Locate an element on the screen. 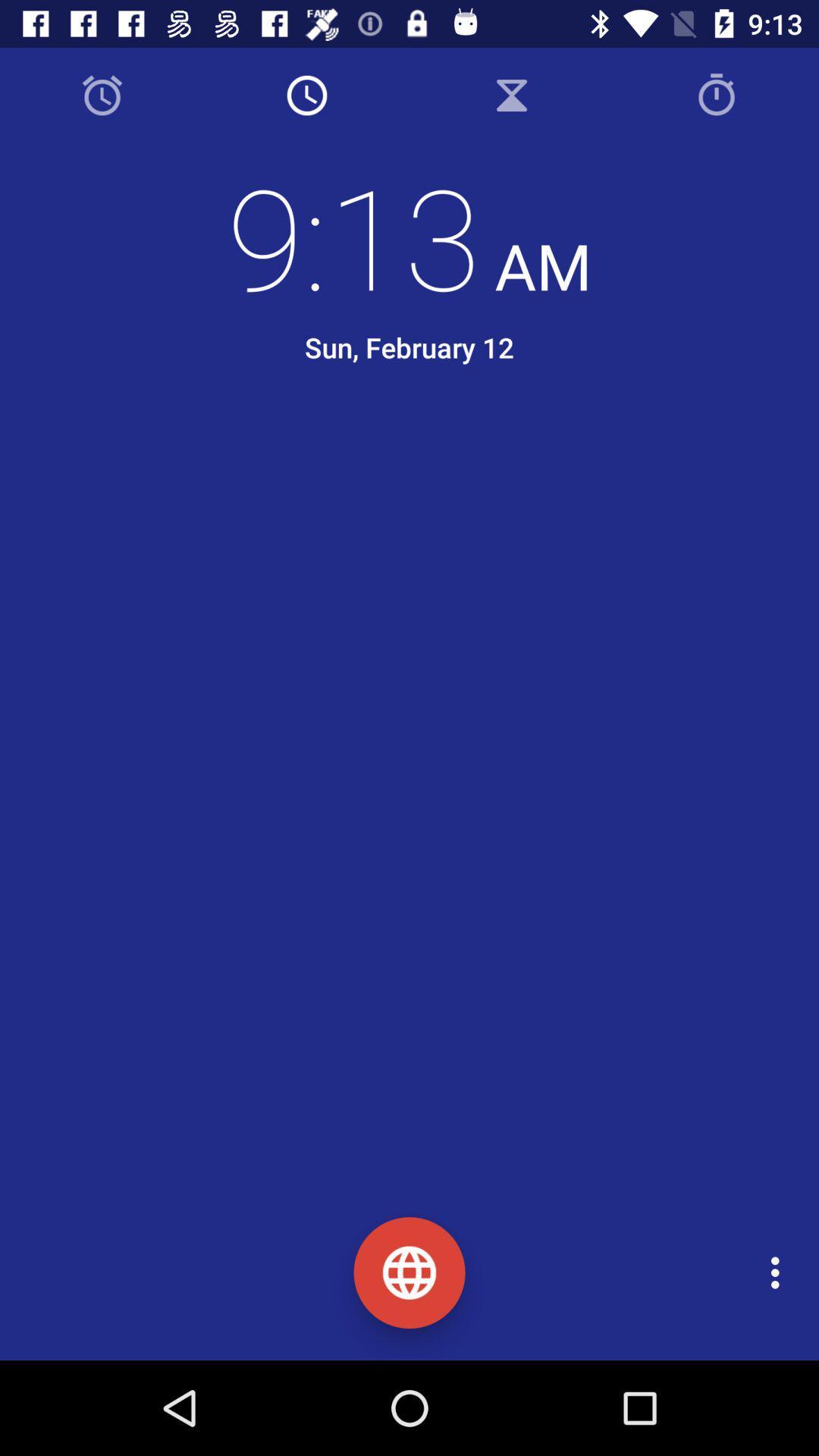  the icon above the sun, february 12 icon is located at coordinates (409, 235).